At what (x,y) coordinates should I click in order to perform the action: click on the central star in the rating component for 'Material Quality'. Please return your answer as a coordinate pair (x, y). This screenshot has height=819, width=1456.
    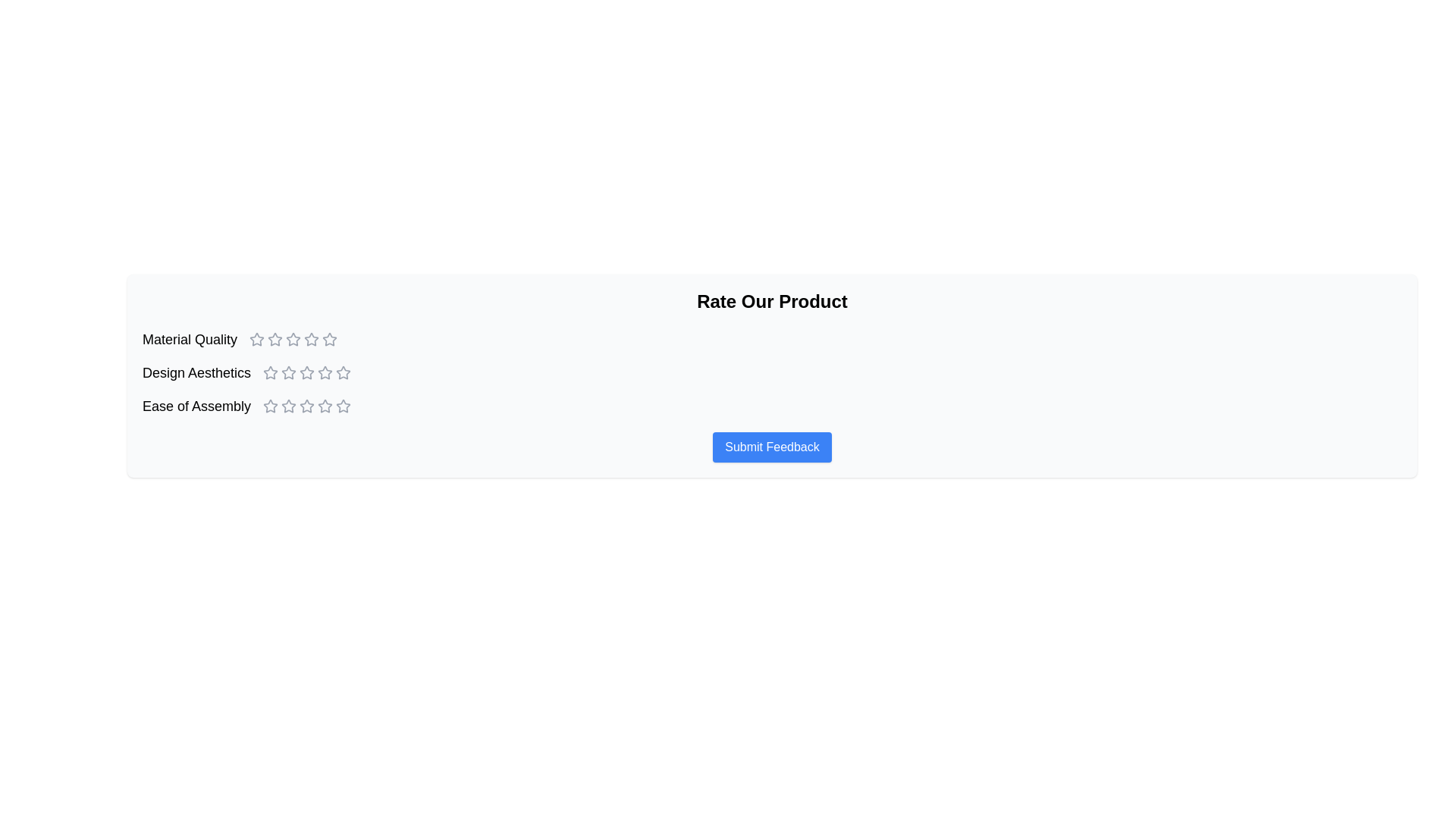
    Looking at the image, I should click on (293, 338).